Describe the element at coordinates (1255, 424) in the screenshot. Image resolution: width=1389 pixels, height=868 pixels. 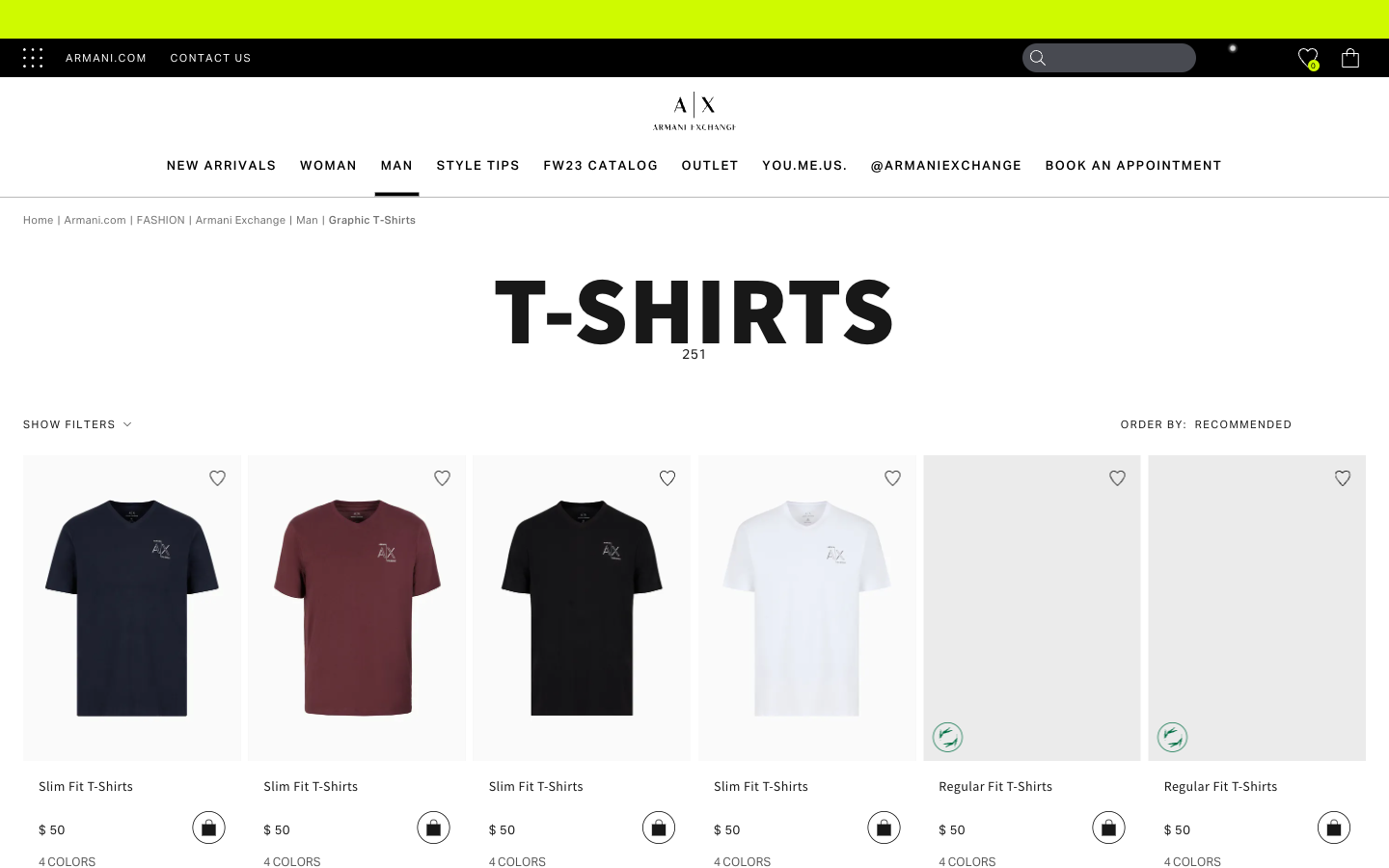
I see `select search filter` at that location.